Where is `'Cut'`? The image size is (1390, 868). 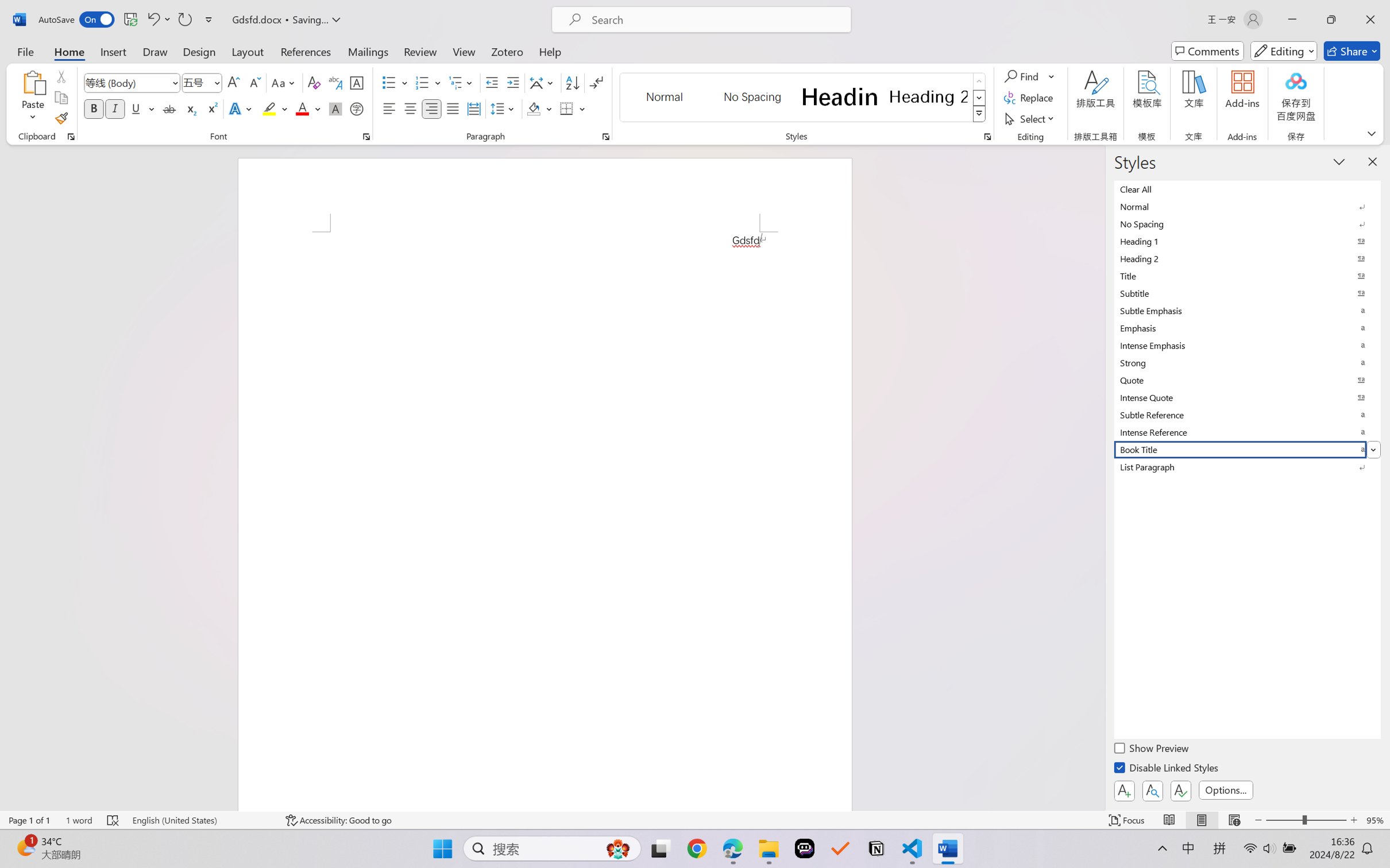
'Cut' is located at coordinates (60, 75).